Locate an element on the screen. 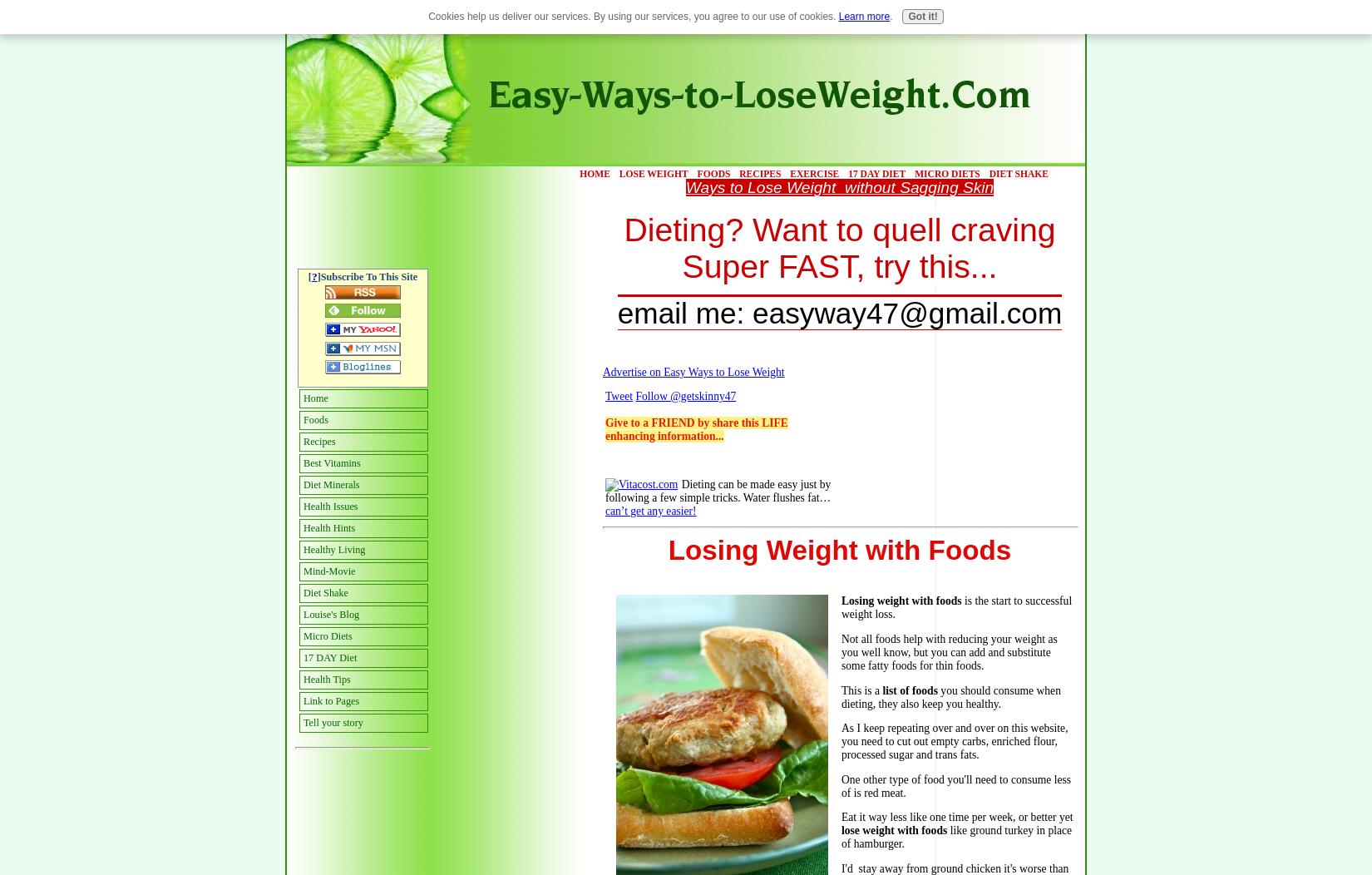  'Tell your story' is located at coordinates (333, 721).